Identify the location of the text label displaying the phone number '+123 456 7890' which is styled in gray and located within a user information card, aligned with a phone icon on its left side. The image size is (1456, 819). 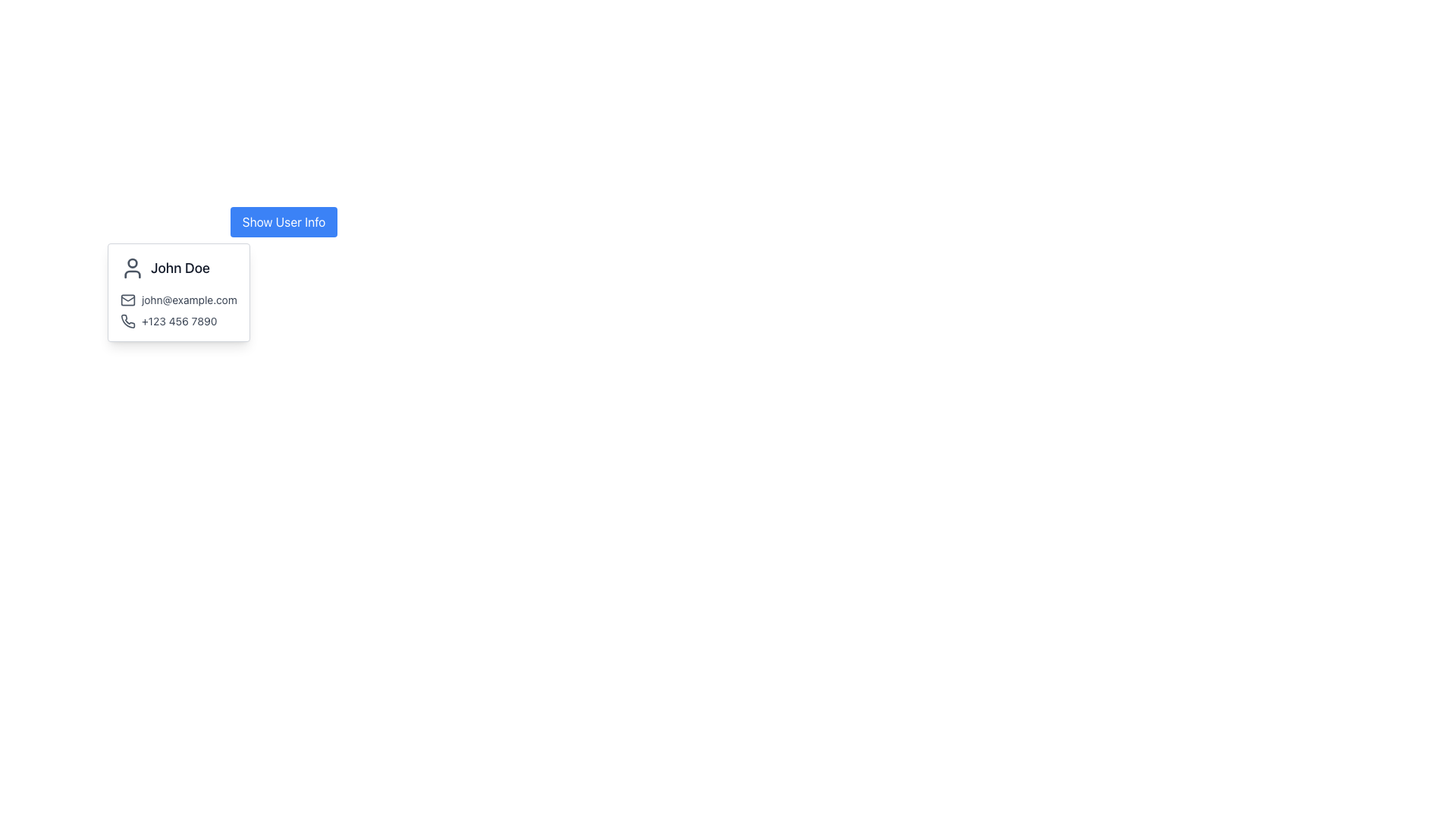
(179, 321).